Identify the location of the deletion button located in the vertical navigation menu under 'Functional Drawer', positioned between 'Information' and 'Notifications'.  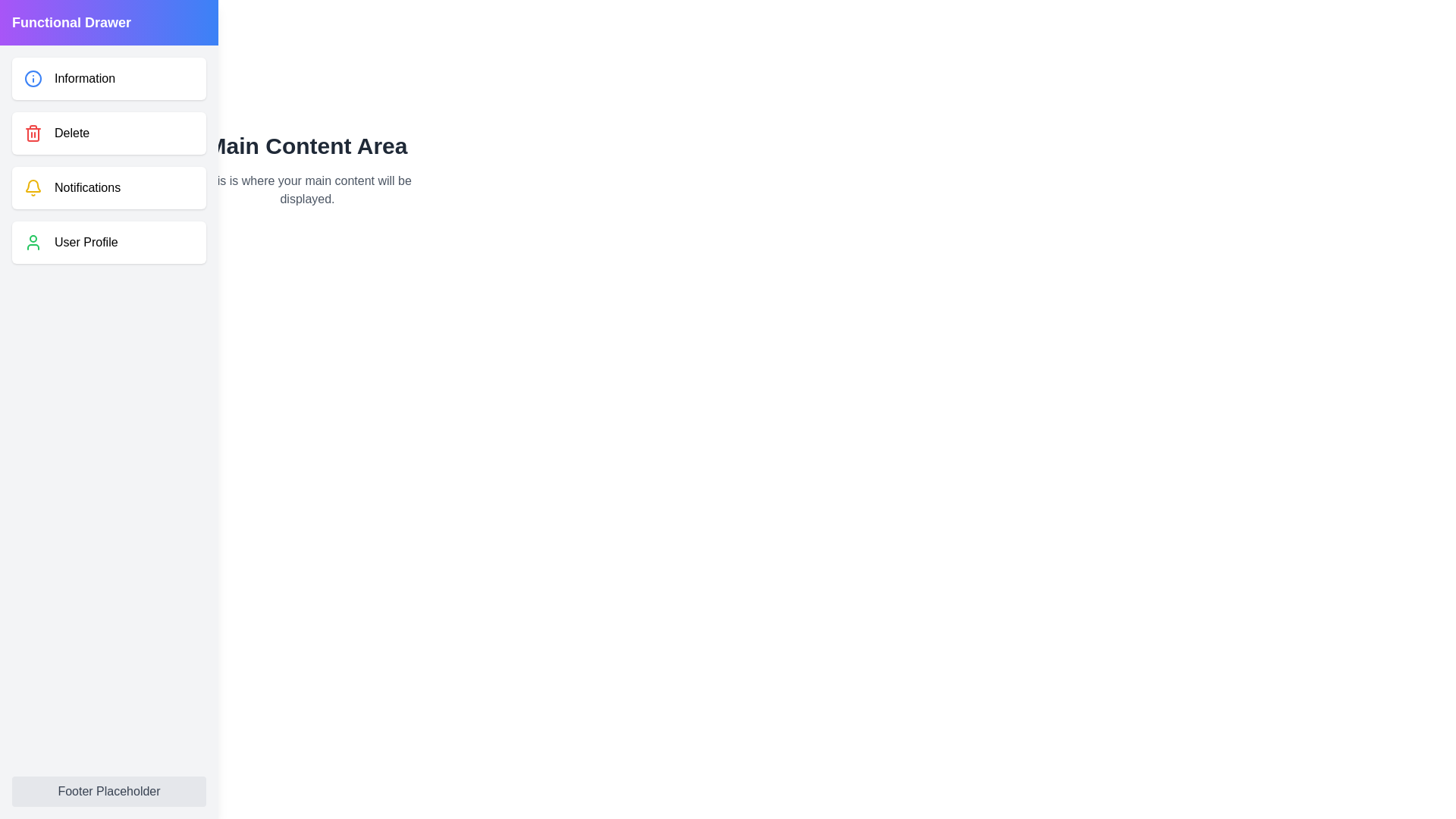
(108, 133).